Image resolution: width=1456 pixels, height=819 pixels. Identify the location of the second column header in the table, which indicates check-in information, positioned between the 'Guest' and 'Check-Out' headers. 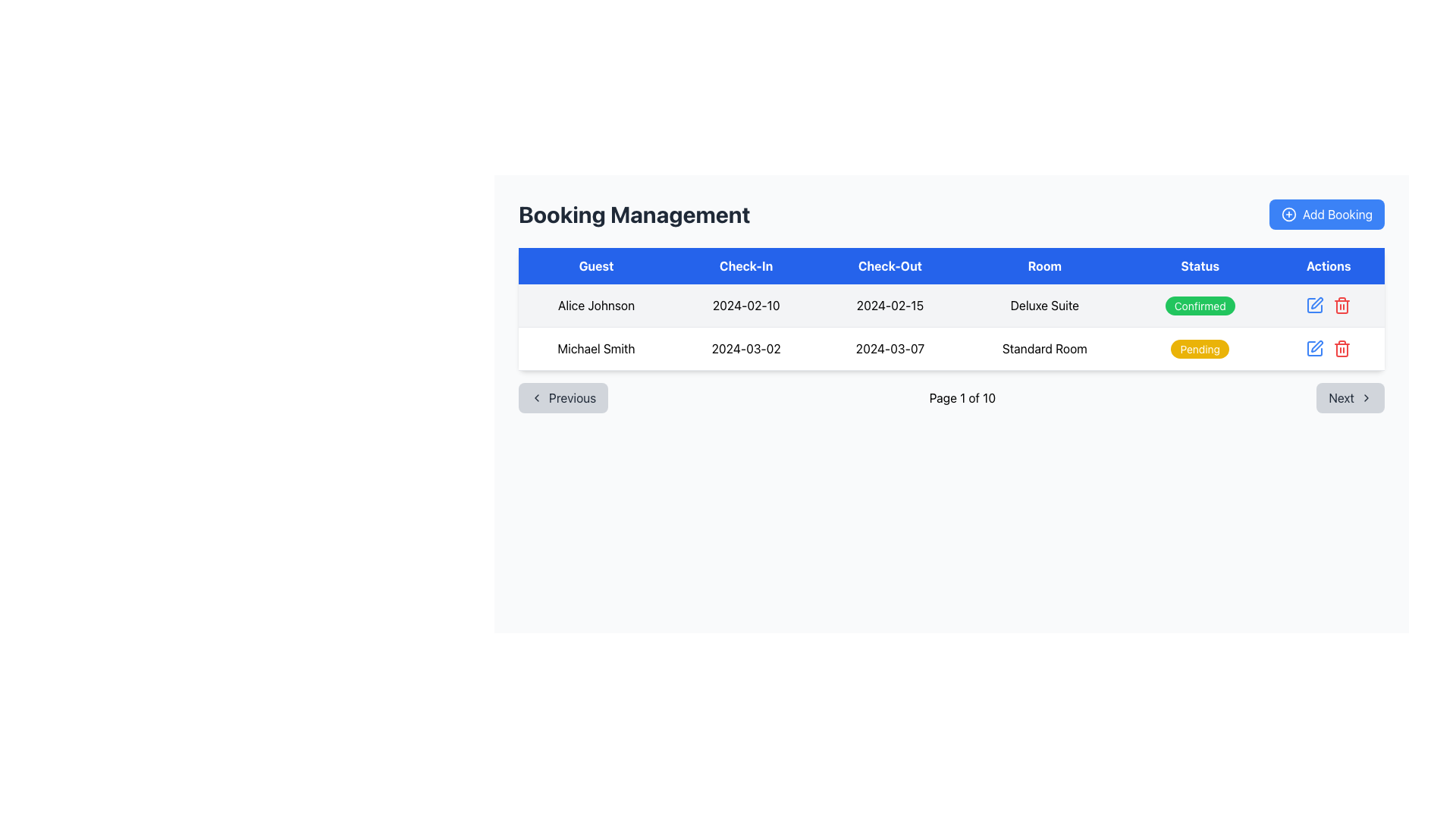
(746, 265).